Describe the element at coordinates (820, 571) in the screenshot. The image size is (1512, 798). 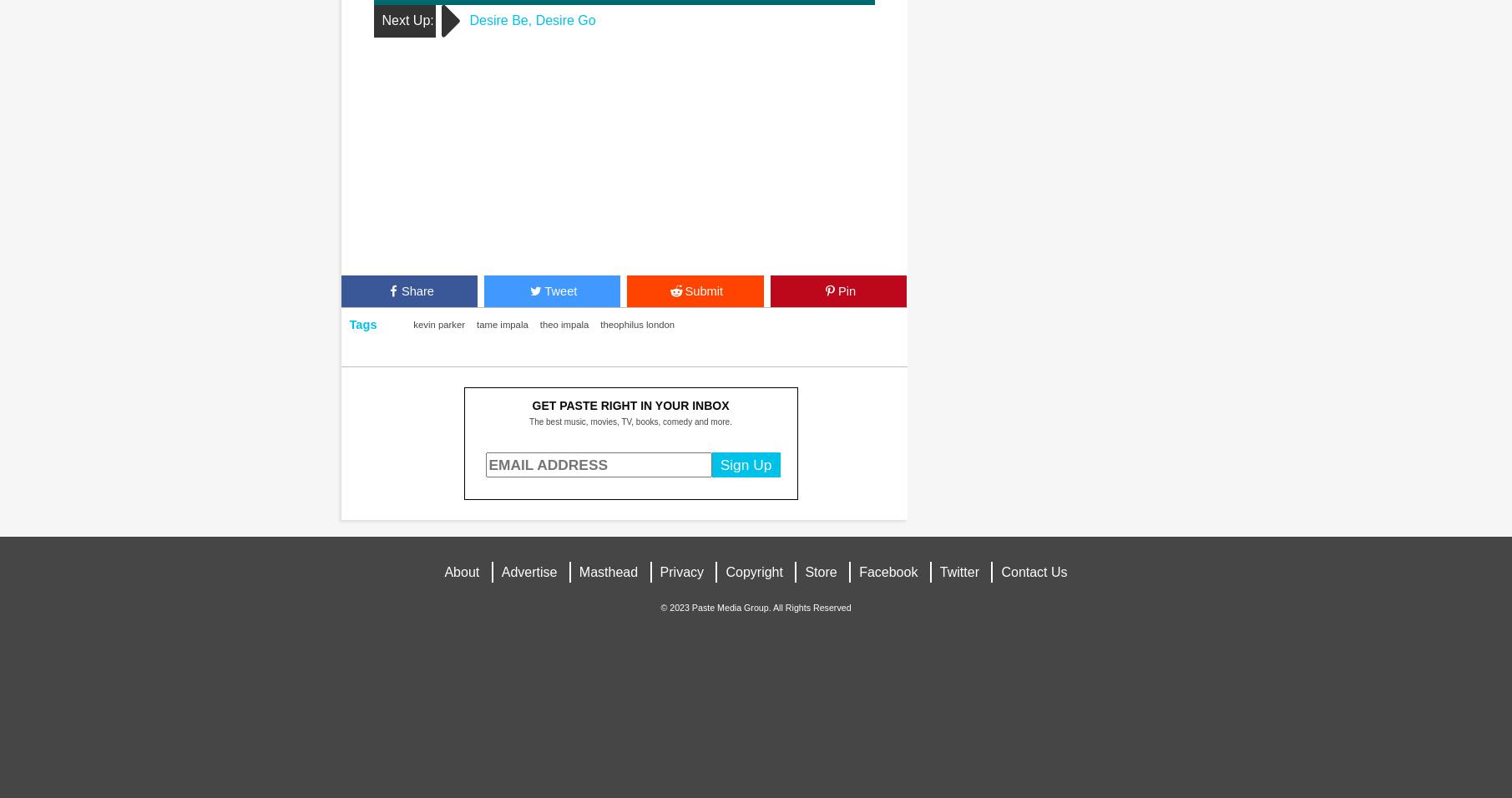
I see `'Store'` at that location.